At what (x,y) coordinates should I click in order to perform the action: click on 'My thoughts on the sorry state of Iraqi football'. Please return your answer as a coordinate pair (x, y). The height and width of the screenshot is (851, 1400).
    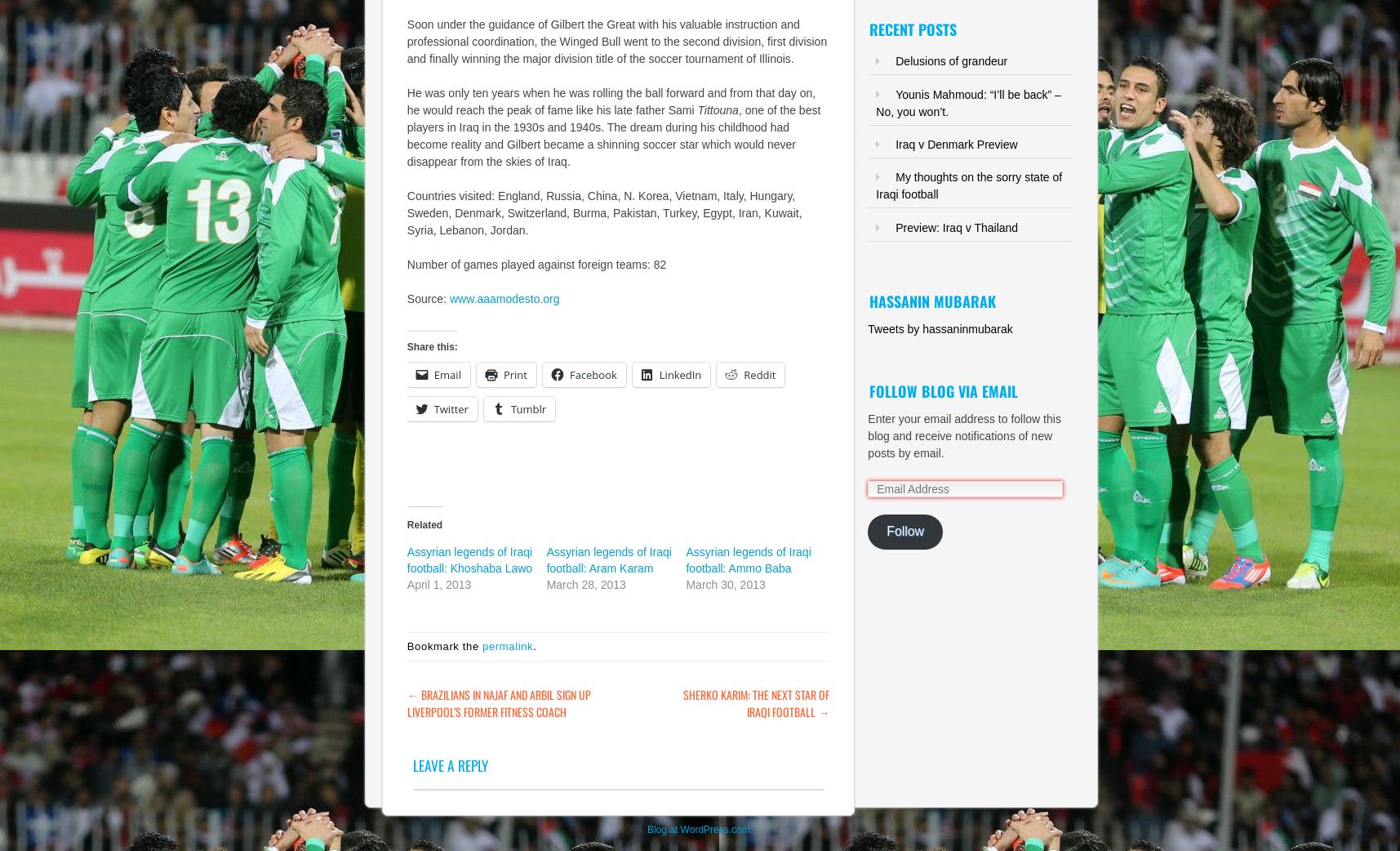
    Looking at the image, I should click on (875, 185).